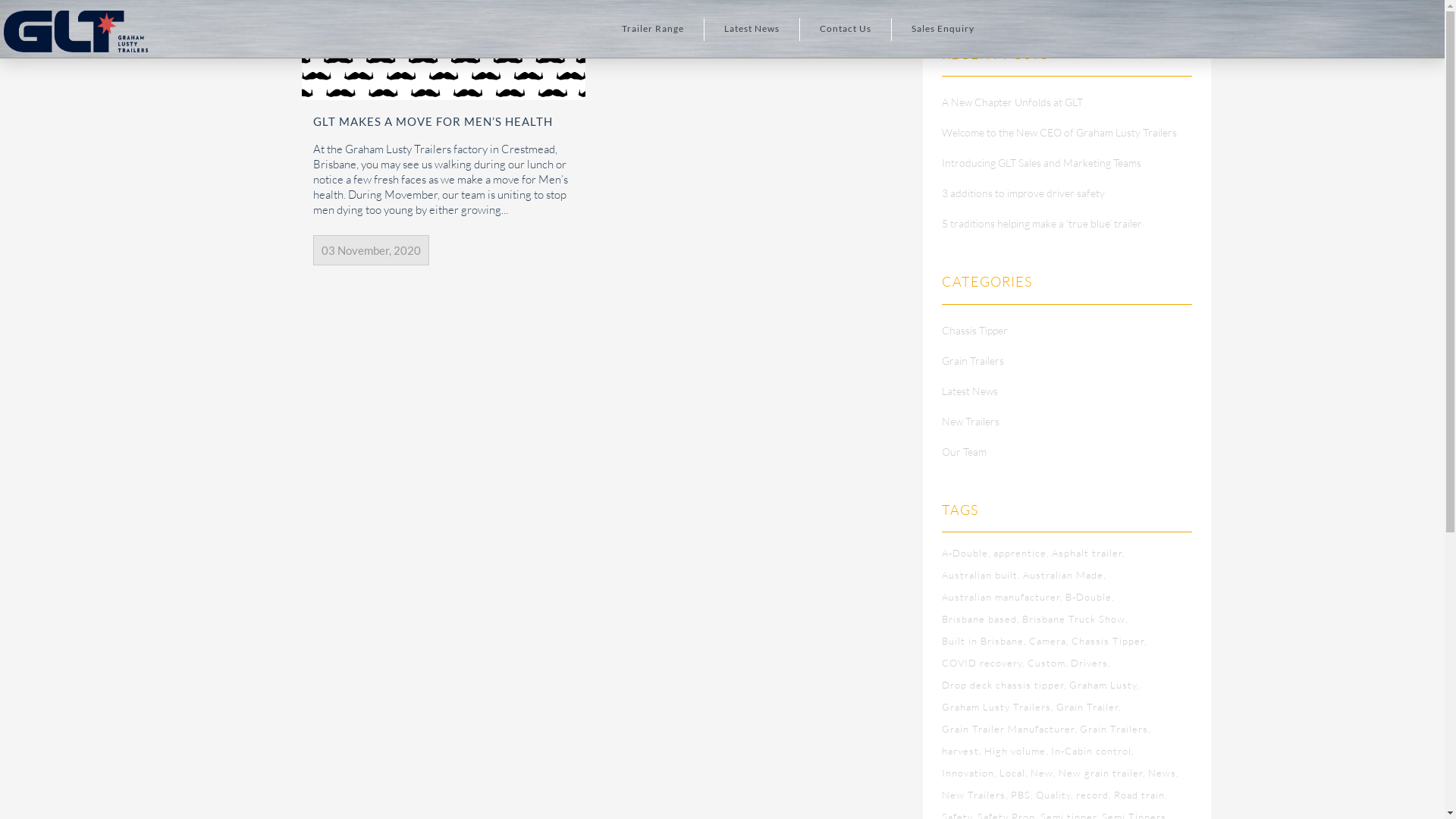  What do you see at coordinates (1054, 794) in the screenshot?
I see `'Quality'` at bounding box center [1054, 794].